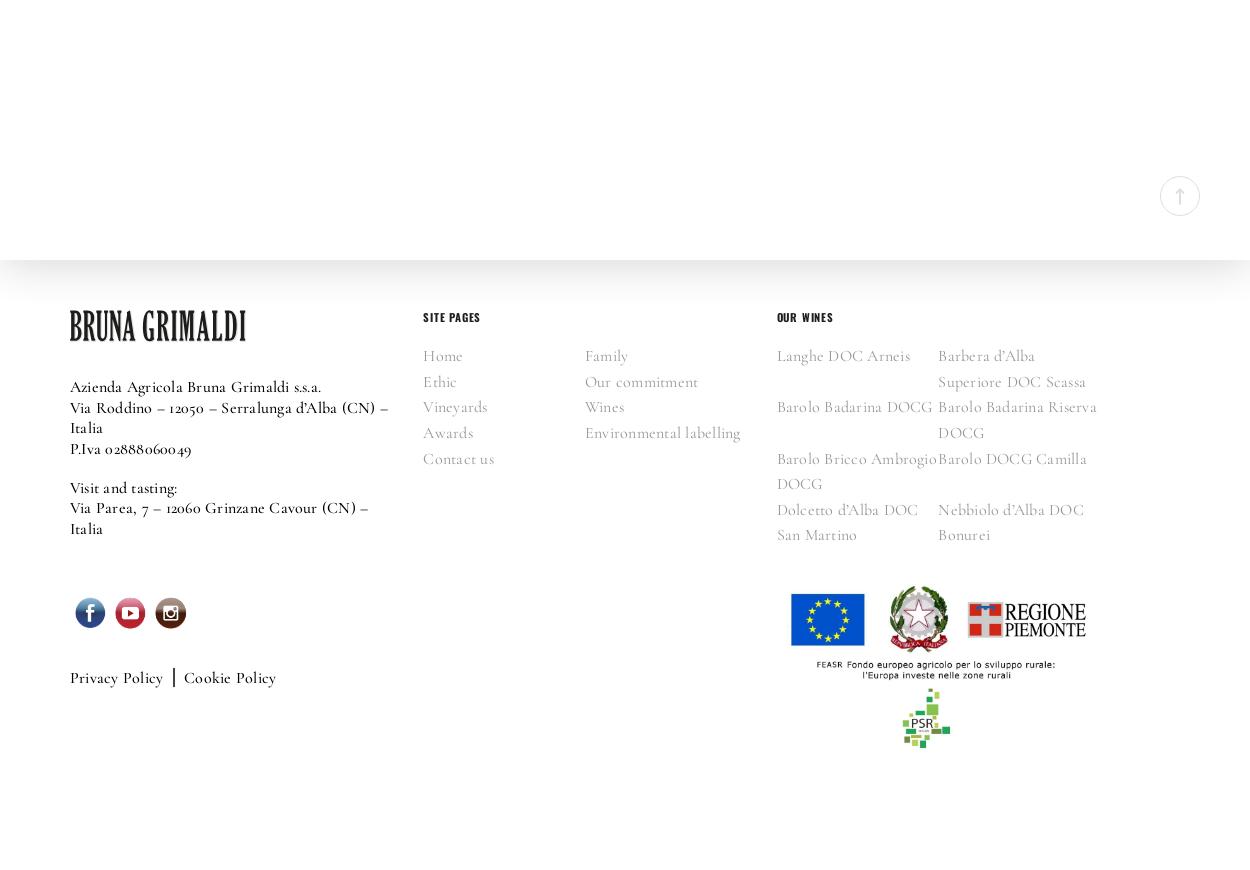 The width and height of the screenshot is (1250, 870). Describe the element at coordinates (450, 317) in the screenshot. I see `'SITE PAGES'` at that location.